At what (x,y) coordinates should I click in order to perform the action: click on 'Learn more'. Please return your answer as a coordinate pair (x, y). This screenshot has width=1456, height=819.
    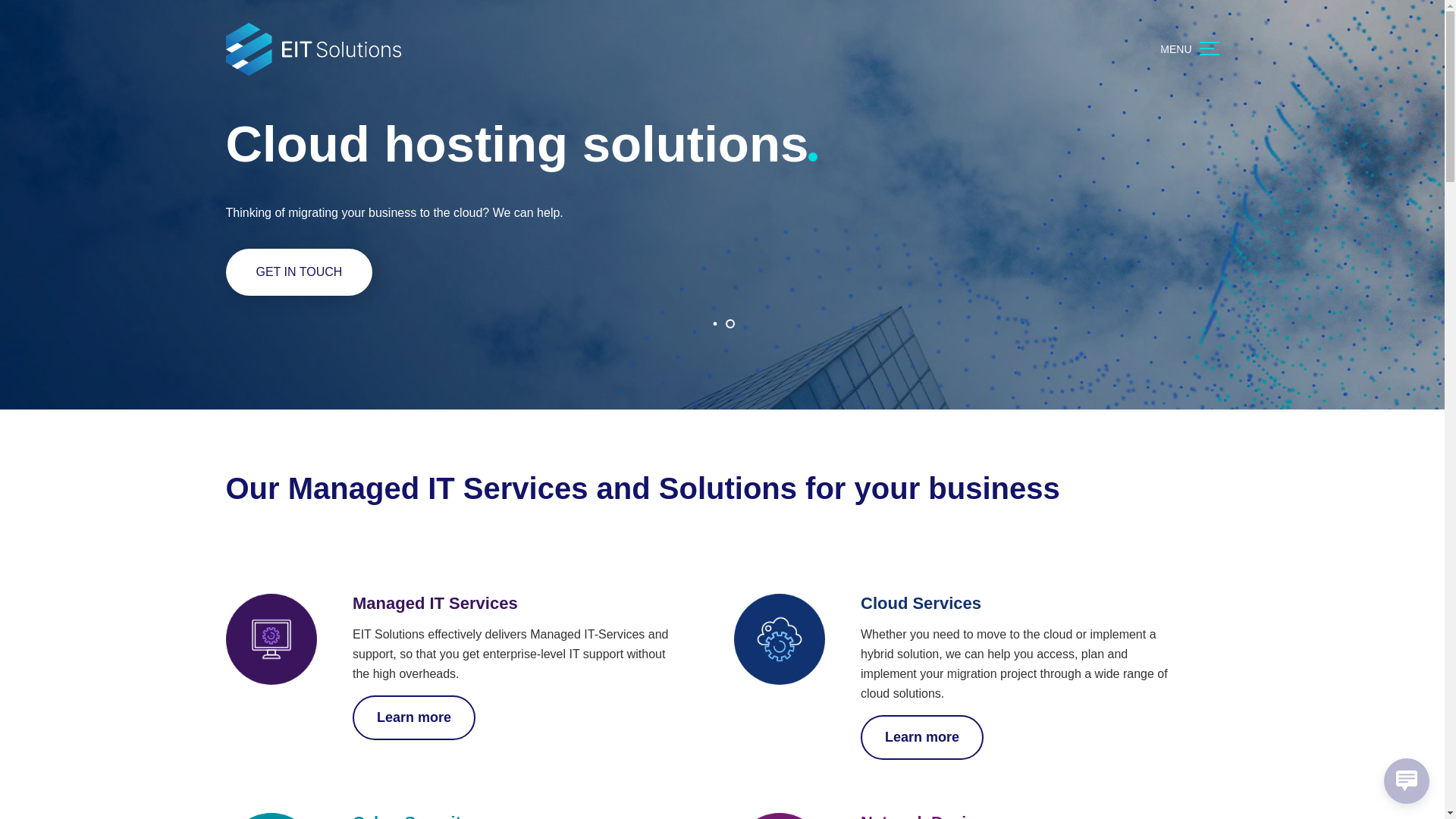
    Looking at the image, I should click on (414, 717).